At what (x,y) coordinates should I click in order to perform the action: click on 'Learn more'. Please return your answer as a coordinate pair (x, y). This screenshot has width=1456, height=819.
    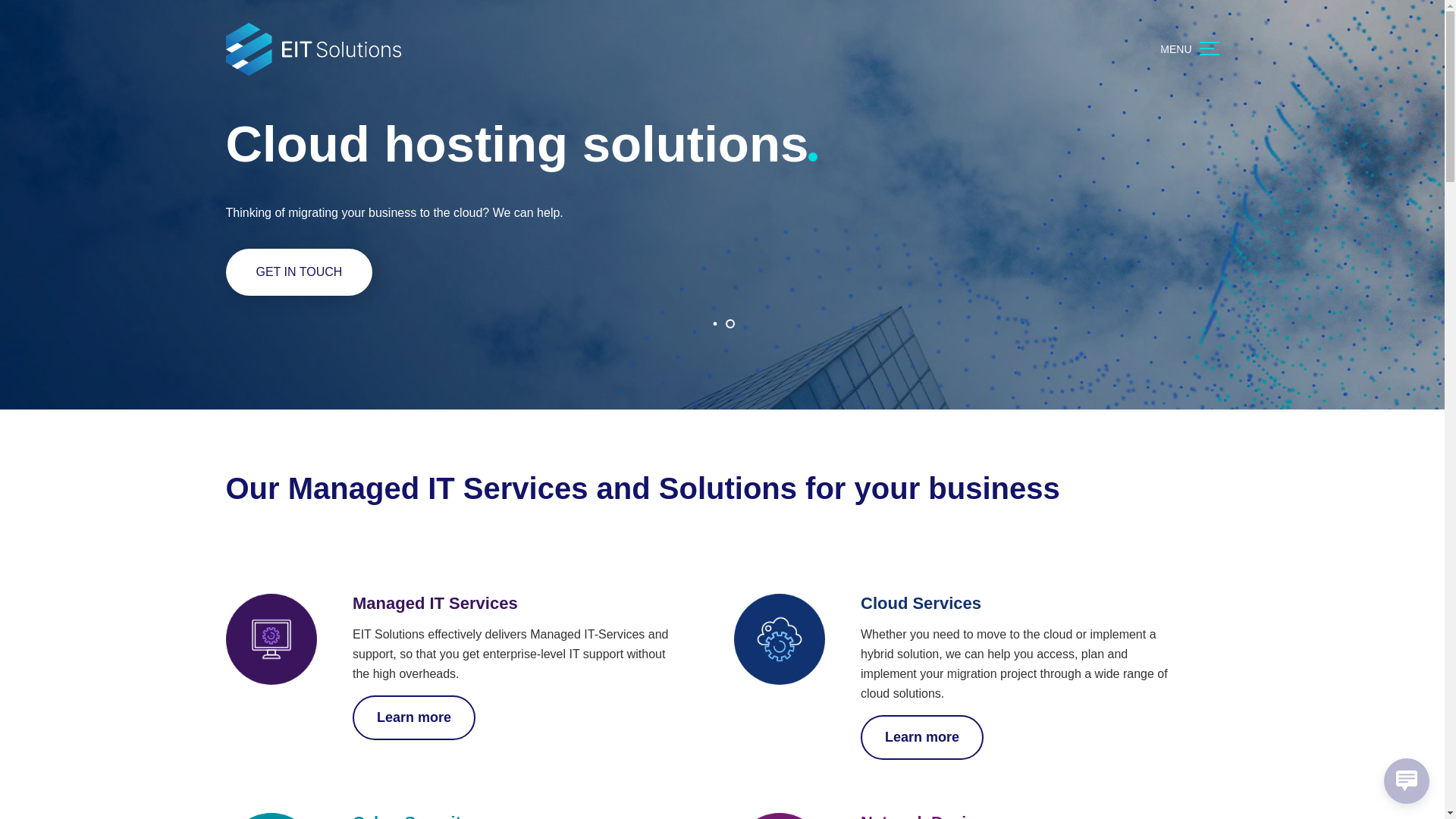
    Looking at the image, I should click on (414, 717).